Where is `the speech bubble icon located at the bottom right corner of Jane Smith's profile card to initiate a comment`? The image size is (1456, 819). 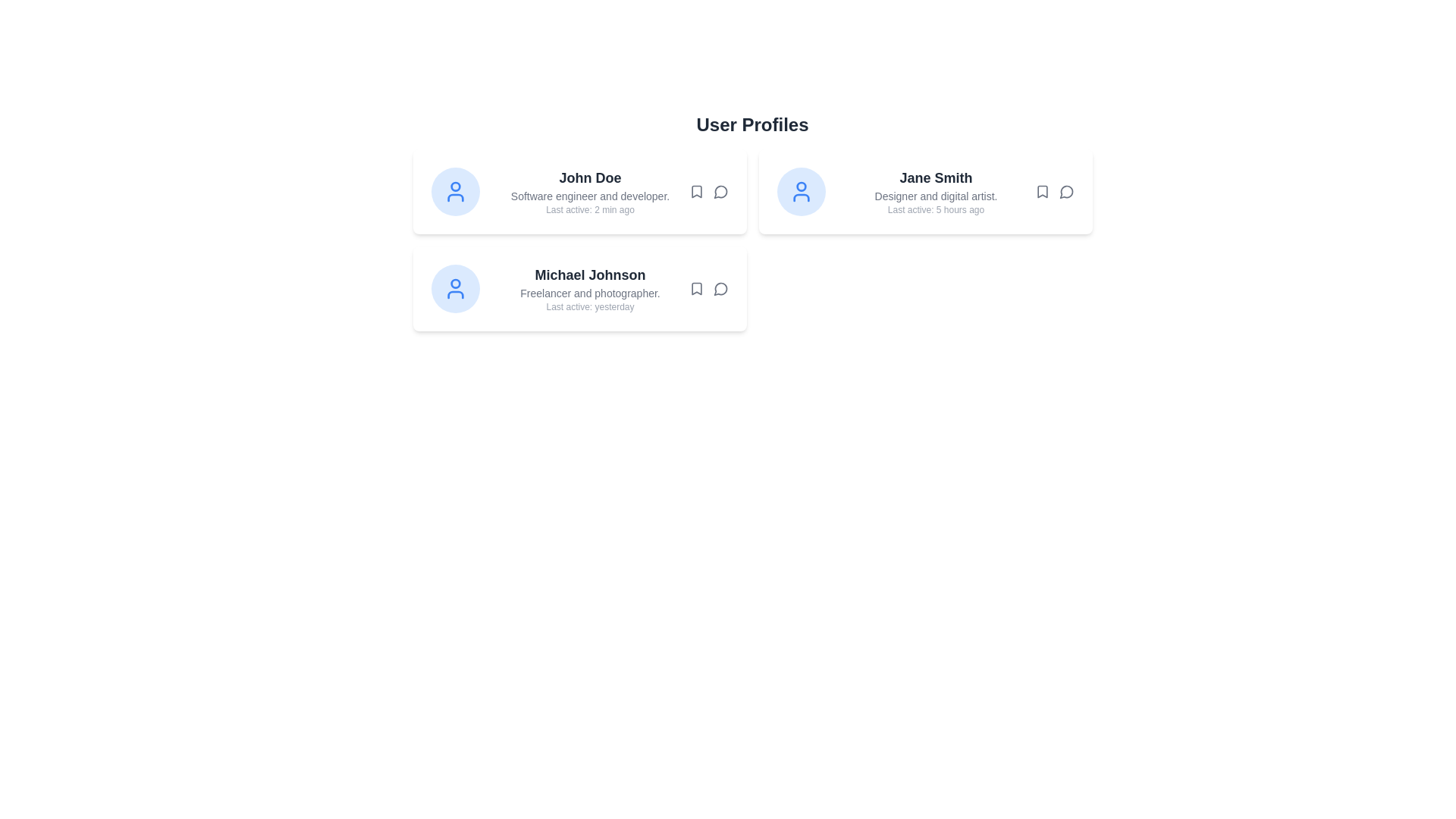
the speech bubble icon located at the bottom right corner of Jane Smith's profile card to initiate a comment is located at coordinates (1053, 191).